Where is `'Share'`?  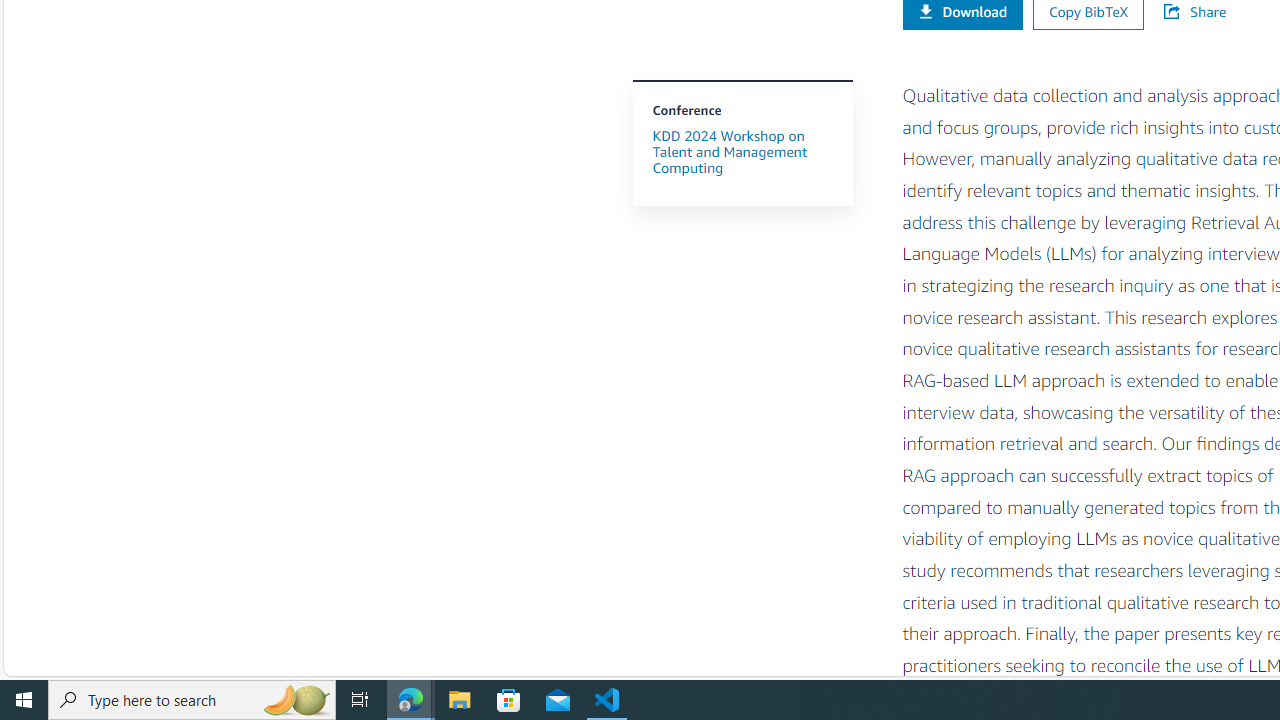 'Share' is located at coordinates (1203, 11).